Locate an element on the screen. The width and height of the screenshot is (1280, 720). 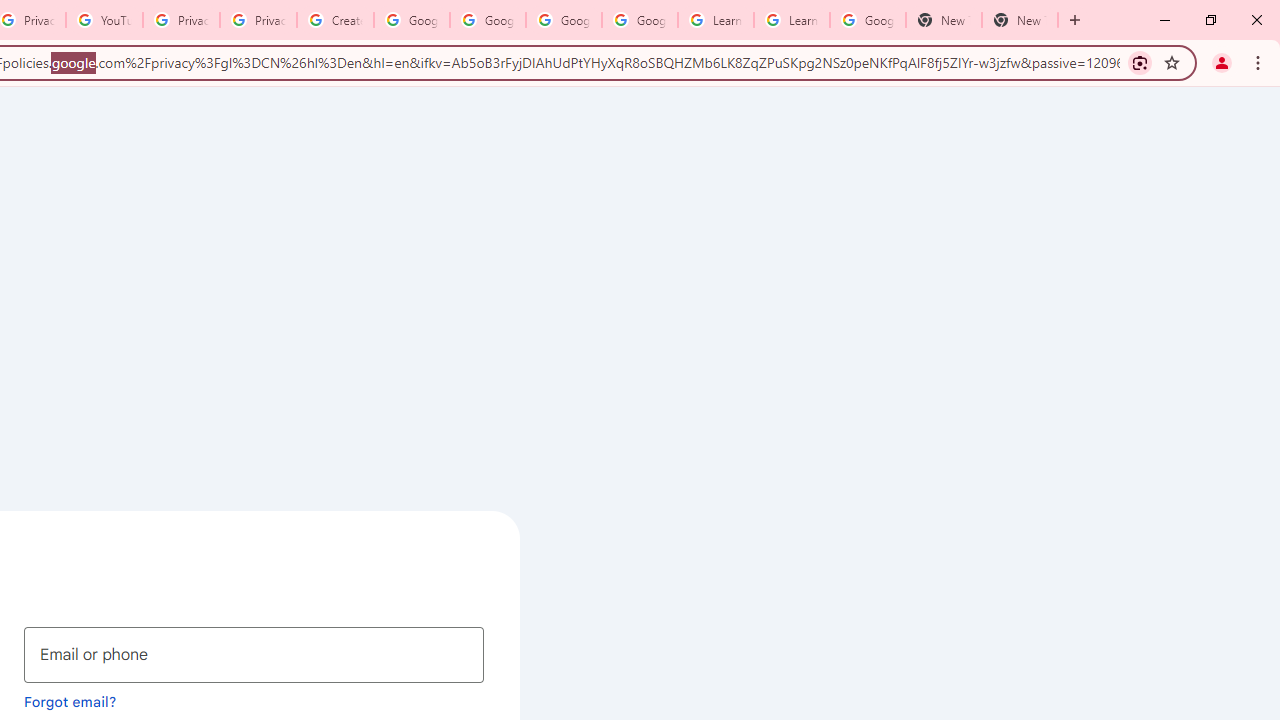
'Email or phone' is located at coordinates (253, 654).